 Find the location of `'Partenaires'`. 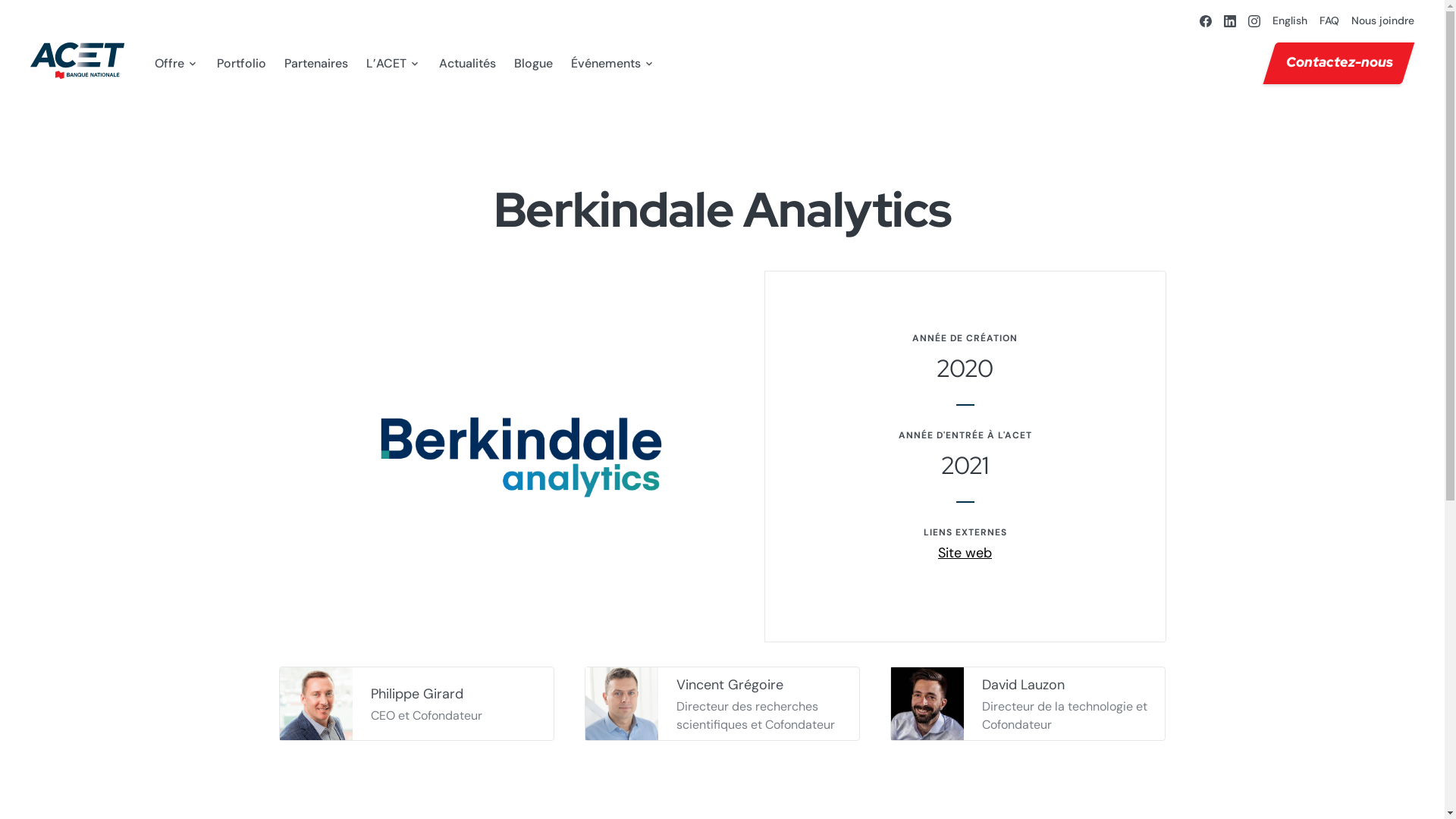

'Partenaires' is located at coordinates (315, 62).